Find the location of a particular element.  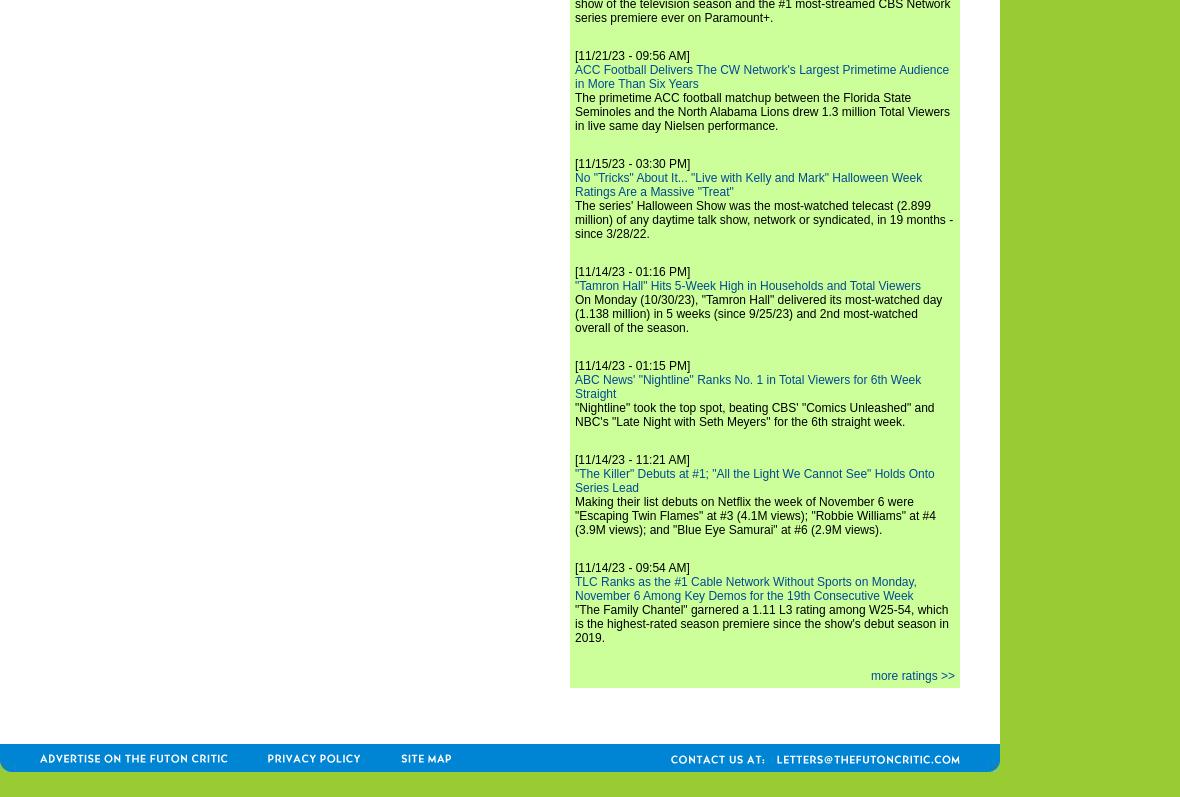

'ACC Football Delivers The CW Network's Largest Primetime Audience in More Than Six Years' is located at coordinates (762, 75).